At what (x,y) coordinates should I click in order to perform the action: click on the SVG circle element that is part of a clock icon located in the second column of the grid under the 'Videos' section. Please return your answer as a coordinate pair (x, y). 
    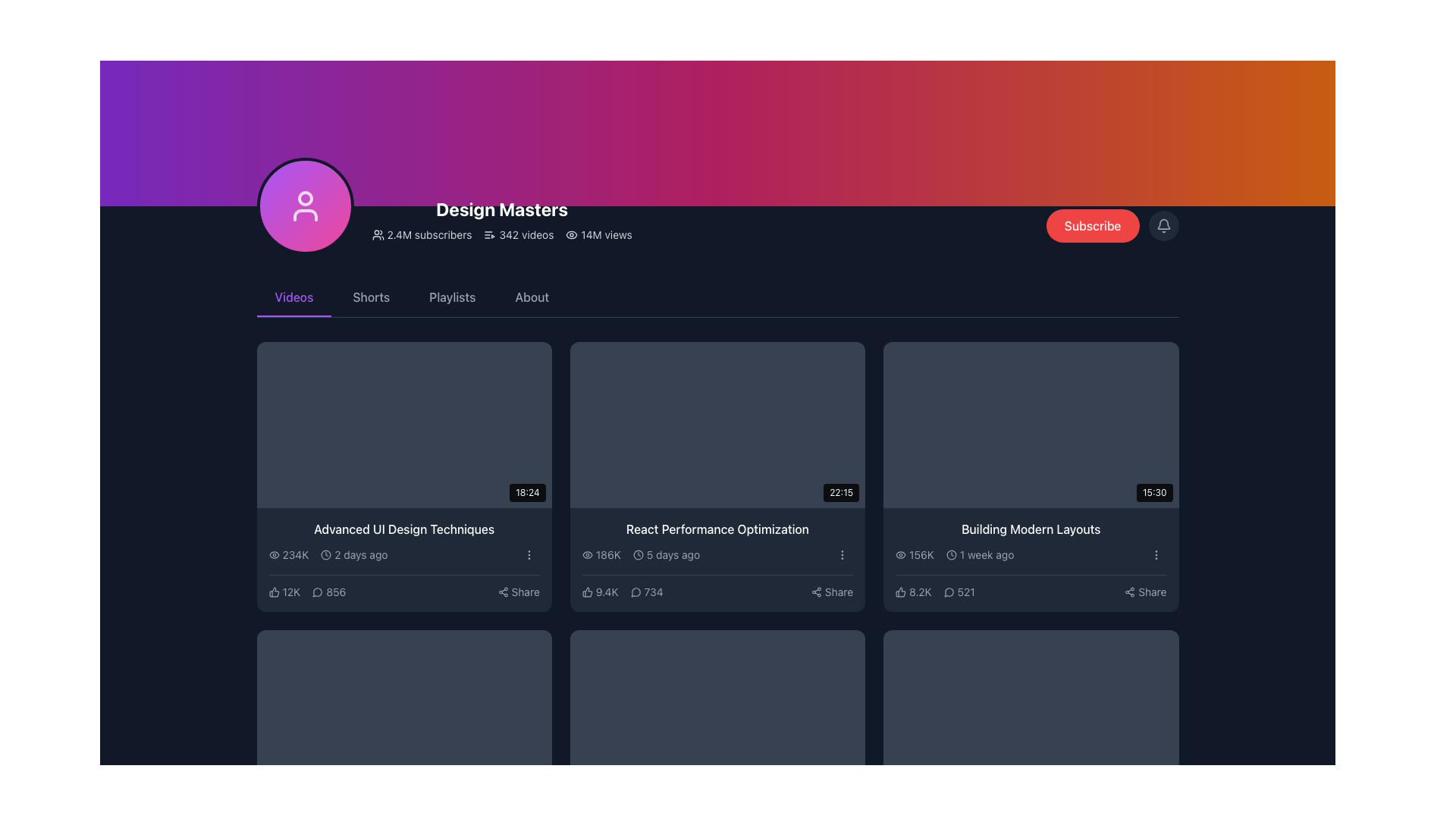
    Looking at the image, I should click on (638, 555).